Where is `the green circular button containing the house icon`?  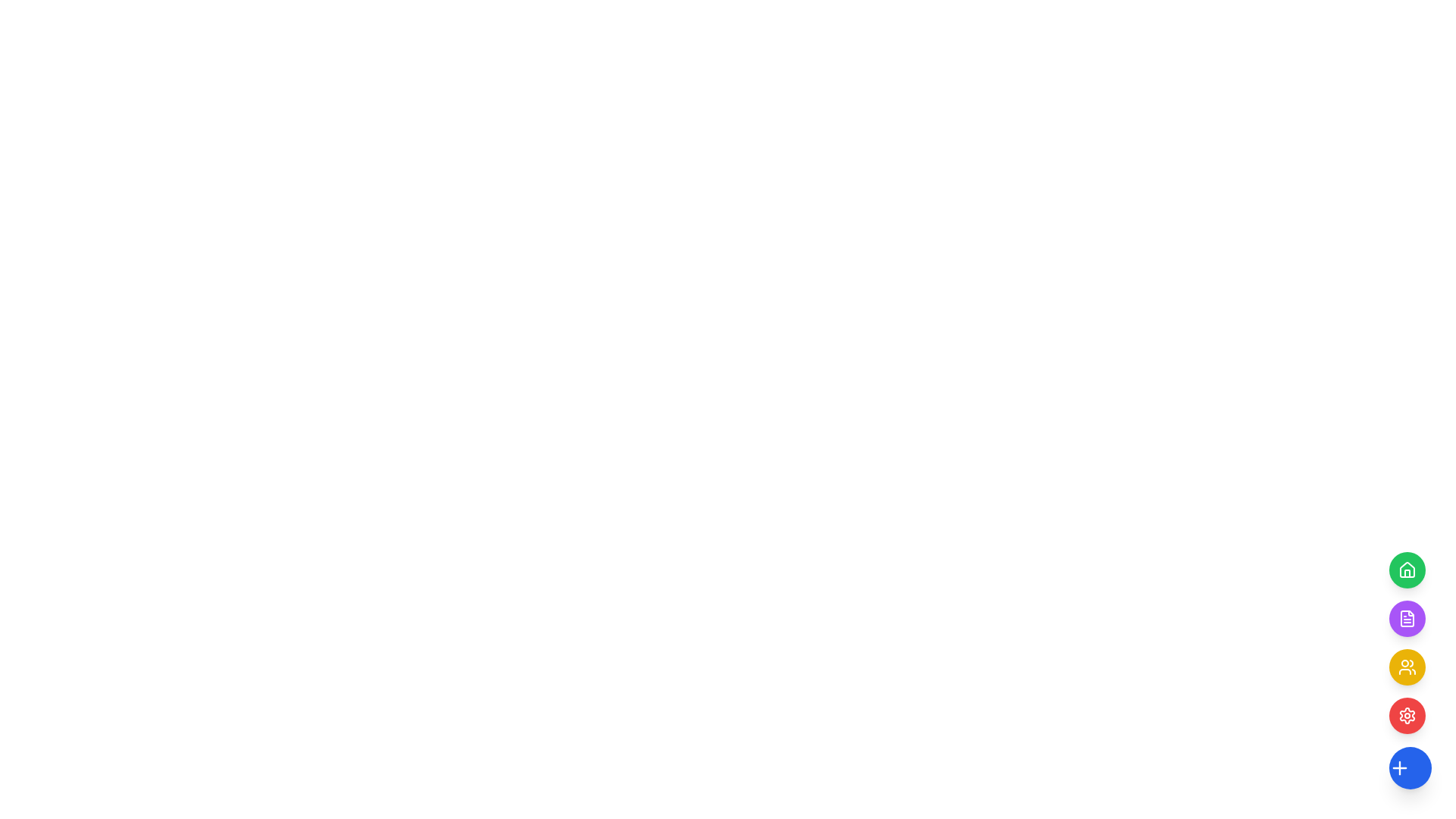
the green circular button containing the house icon is located at coordinates (1407, 570).